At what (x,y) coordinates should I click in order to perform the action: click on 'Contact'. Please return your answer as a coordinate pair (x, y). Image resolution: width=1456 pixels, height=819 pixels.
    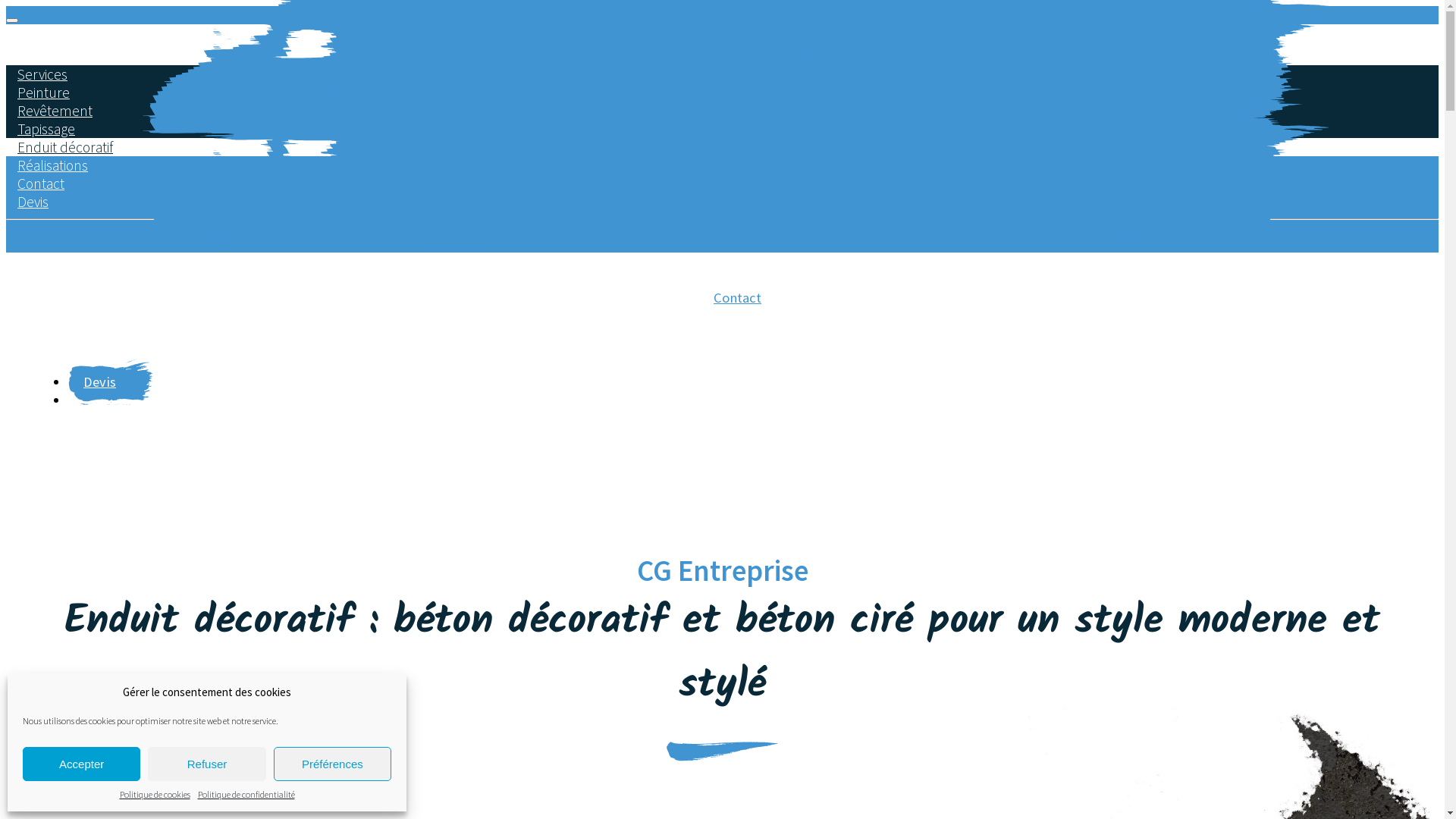
    Looking at the image, I should click on (737, 304).